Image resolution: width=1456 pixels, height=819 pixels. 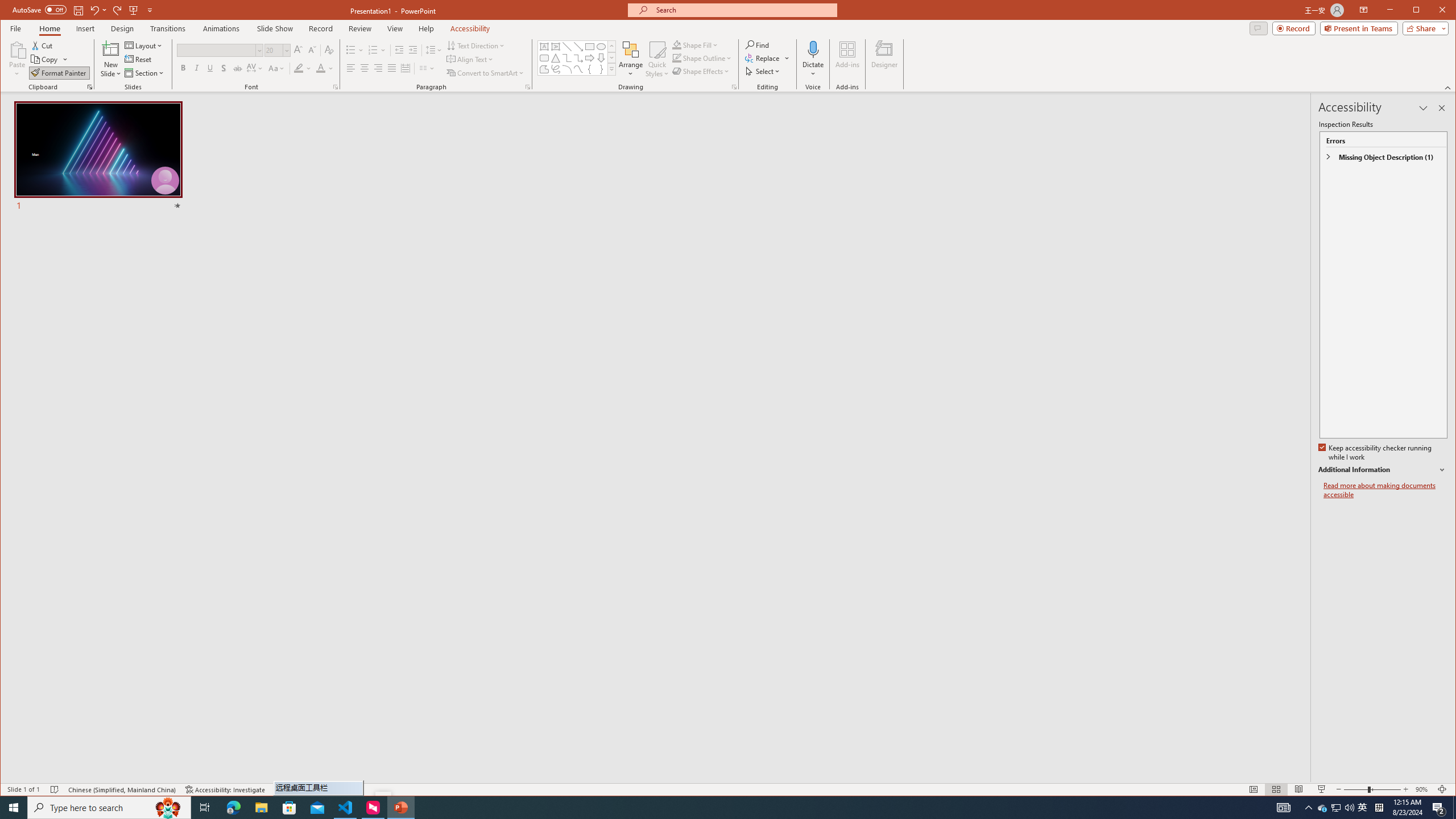 What do you see at coordinates (677, 58) in the screenshot?
I see `'Shape Outline Blue, Accent 1'` at bounding box center [677, 58].